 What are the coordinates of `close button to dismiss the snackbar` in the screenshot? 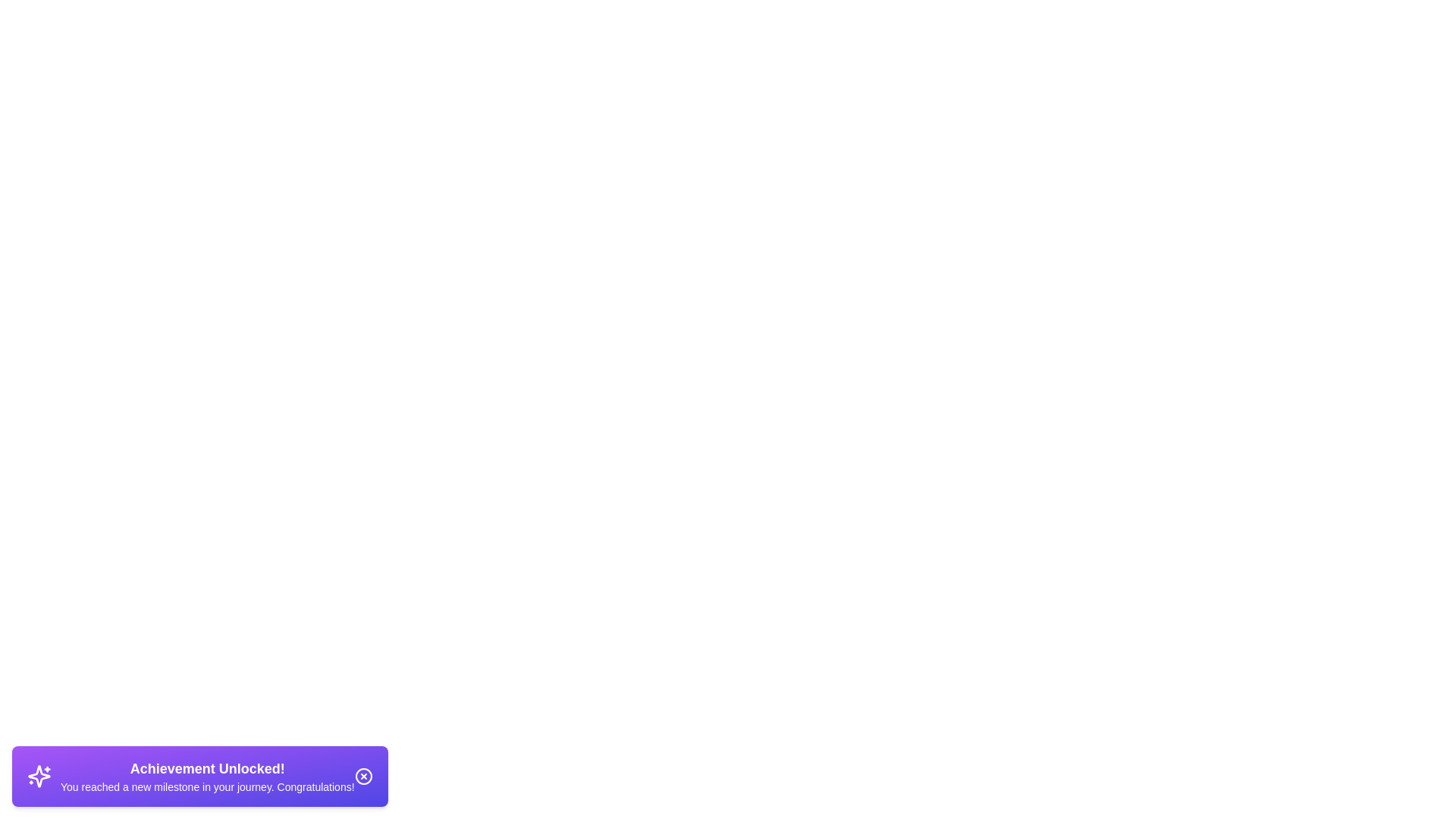 It's located at (362, 776).